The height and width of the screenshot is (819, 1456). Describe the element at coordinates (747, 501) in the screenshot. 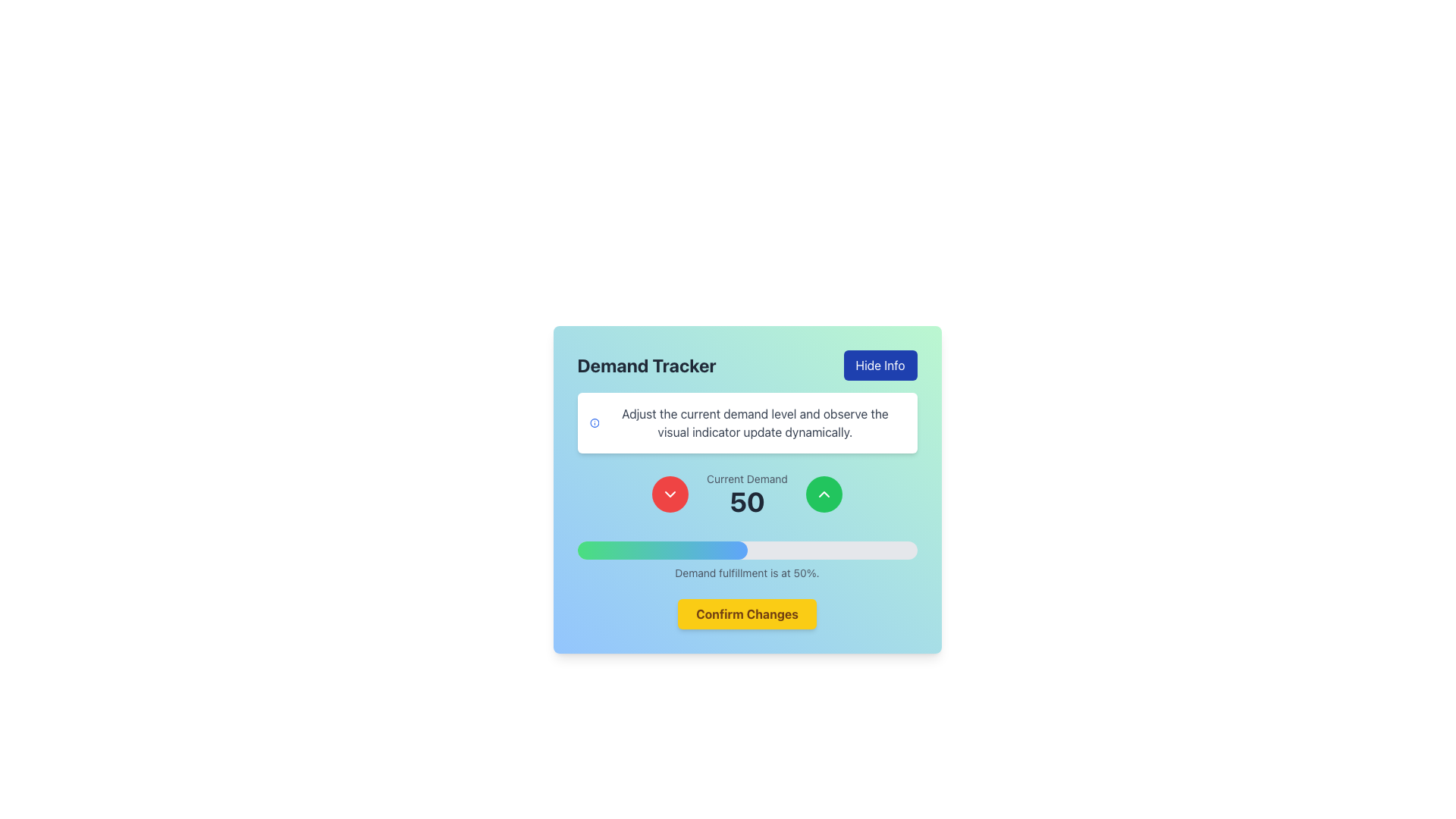

I see `the Text Display element that presents the current numerical value for demand level, located between the red downward and green upward buttons within the 'Current Demand' section` at that location.